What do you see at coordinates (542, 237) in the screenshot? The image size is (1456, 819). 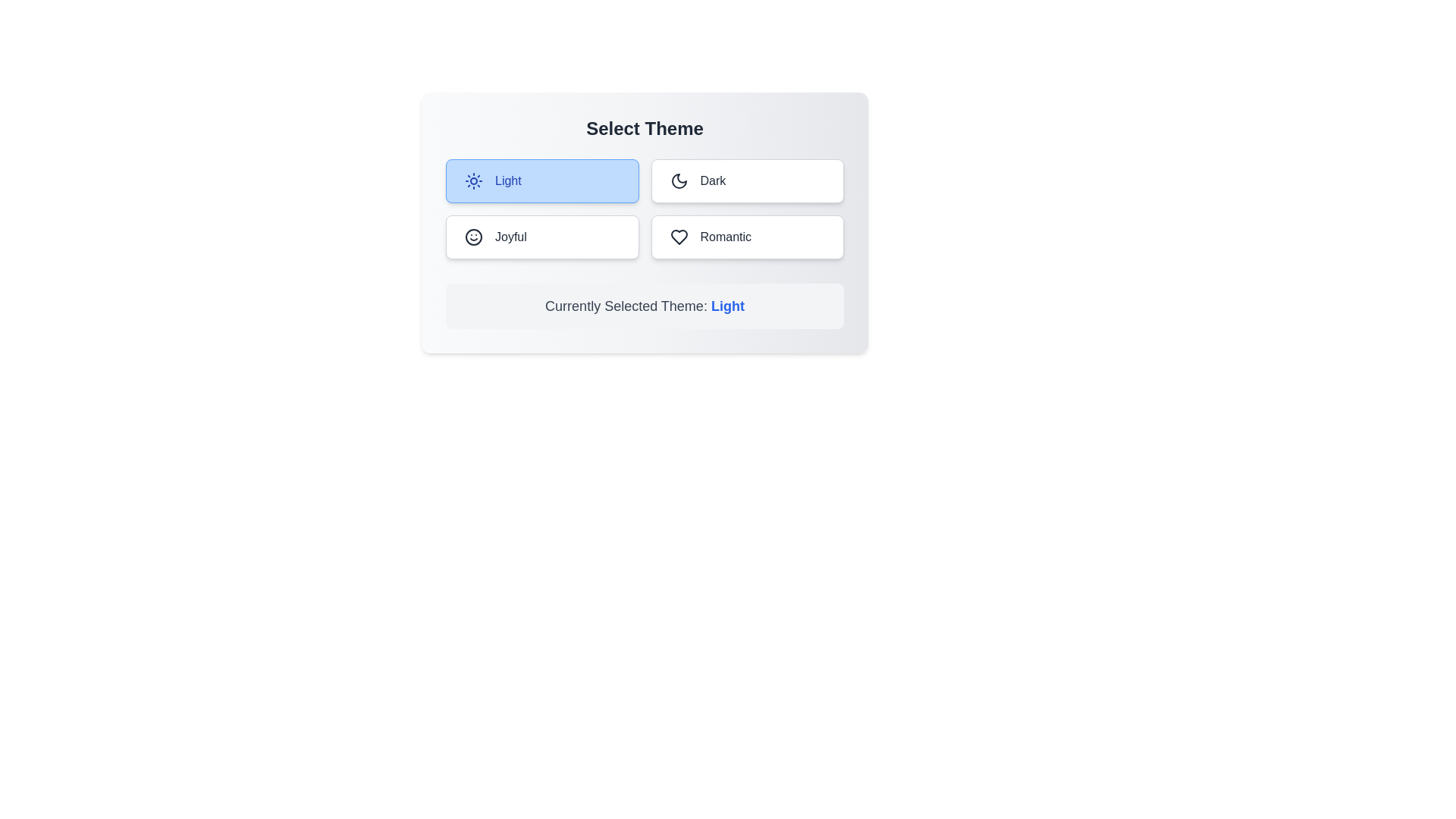 I see `the theme Joyful by clicking on the corresponding button` at bounding box center [542, 237].